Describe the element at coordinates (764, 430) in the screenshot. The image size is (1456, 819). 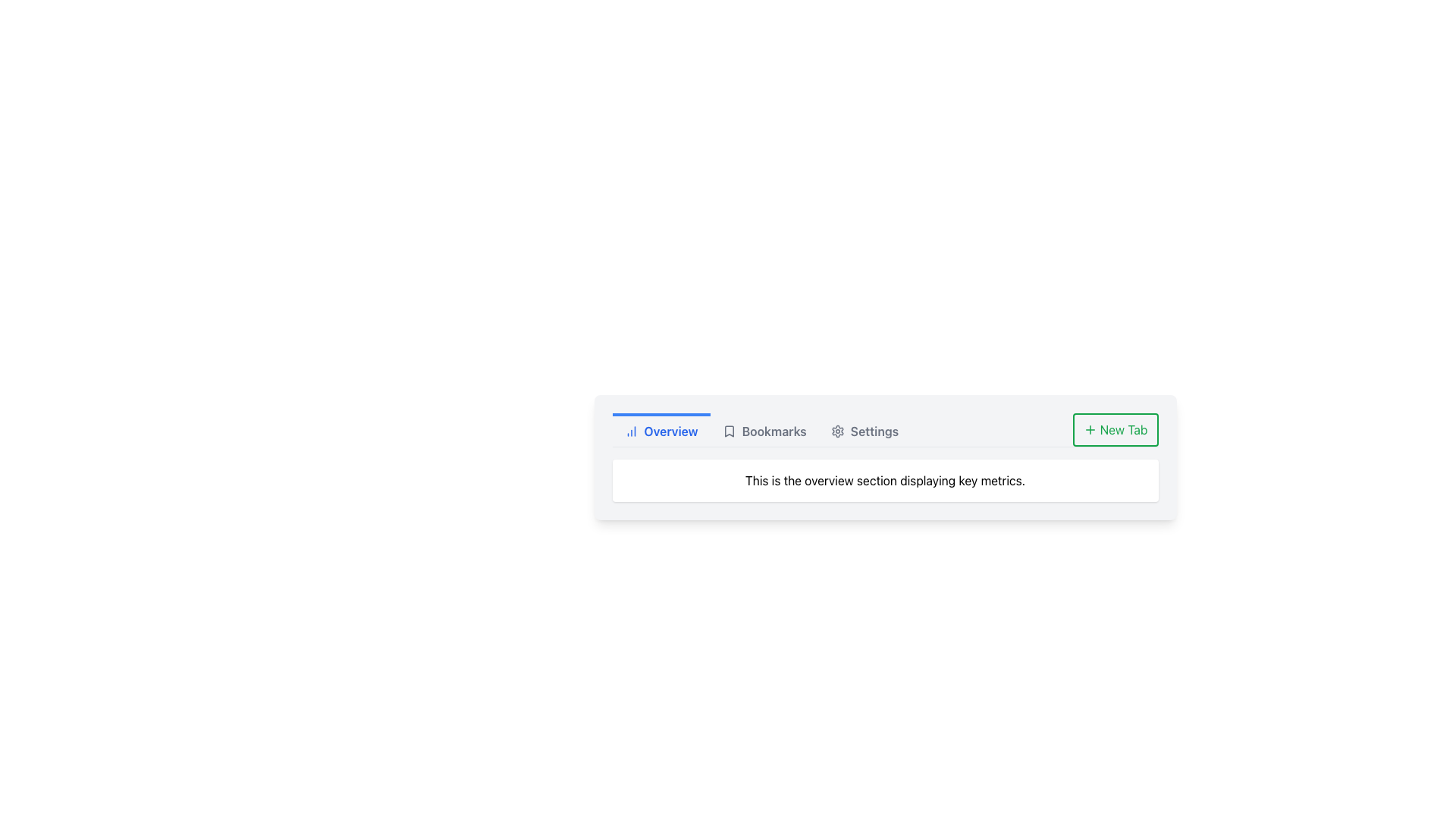
I see `the 'Bookmarks' navigation tab` at that location.